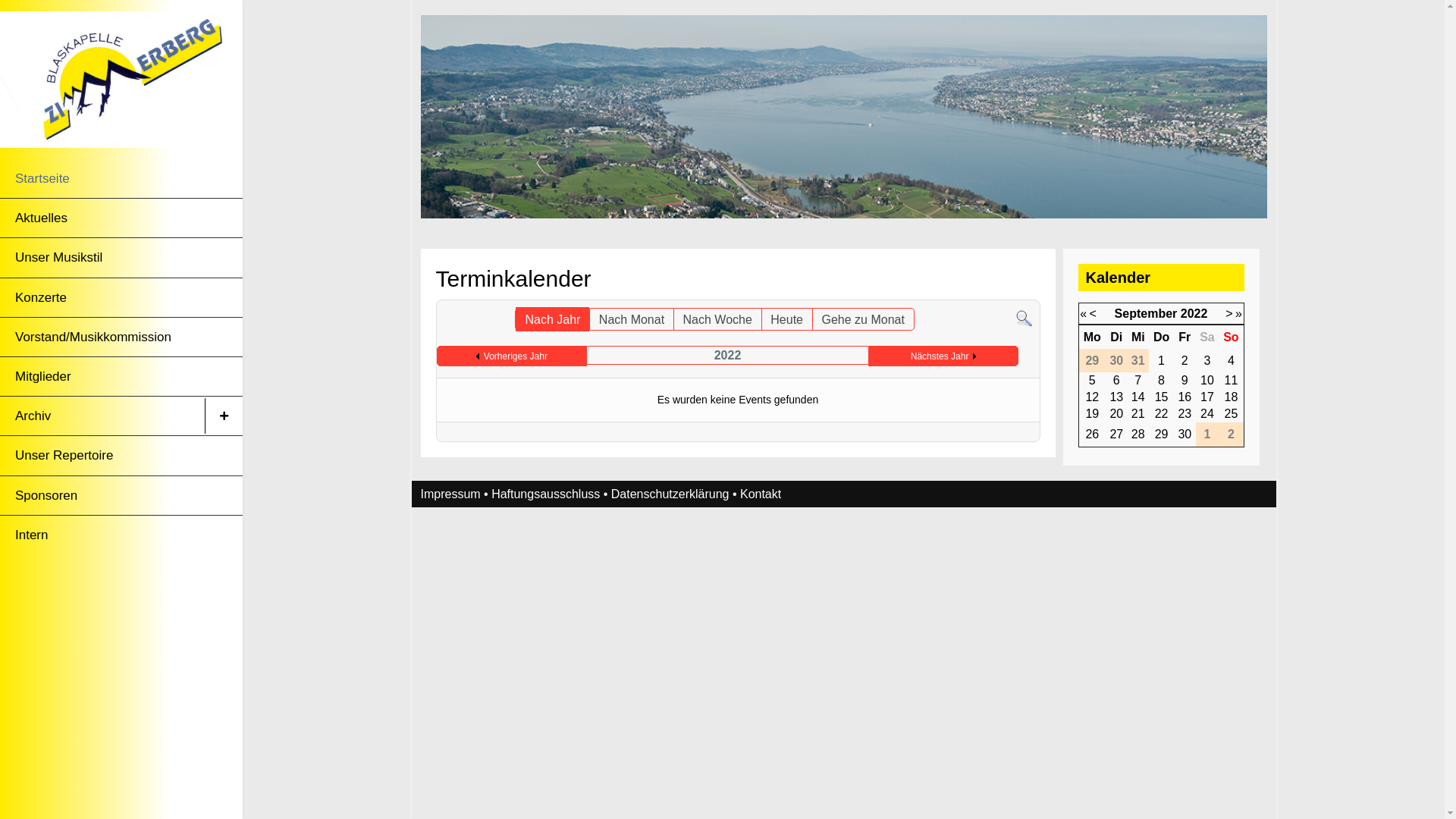 The width and height of the screenshot is (1456, 819). Describe the element at coordinates (1153, 413) in the screenshot. I see `'22'` at that location.